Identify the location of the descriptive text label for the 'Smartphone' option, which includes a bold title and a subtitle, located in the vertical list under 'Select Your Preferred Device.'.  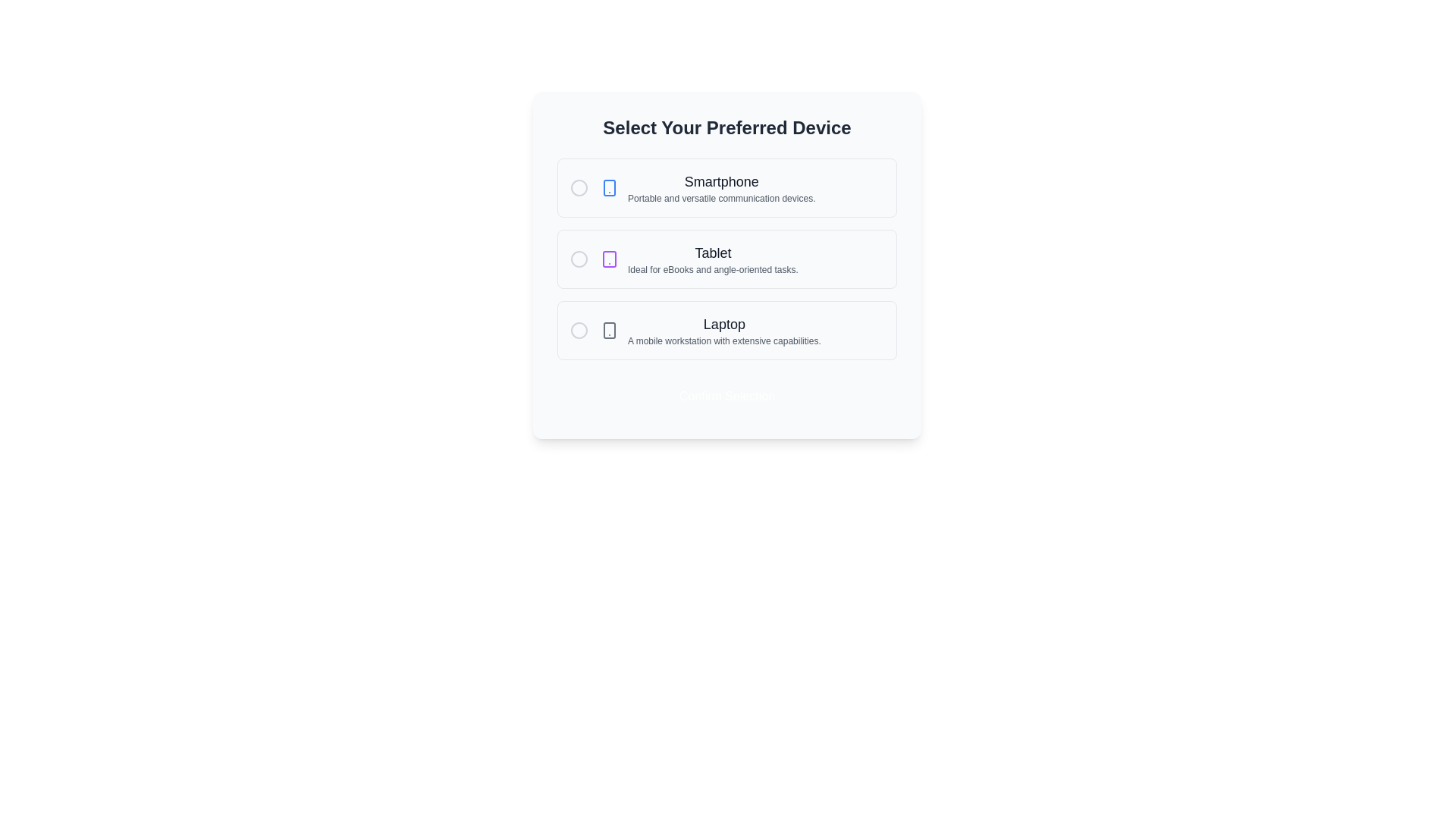
(720, 187).